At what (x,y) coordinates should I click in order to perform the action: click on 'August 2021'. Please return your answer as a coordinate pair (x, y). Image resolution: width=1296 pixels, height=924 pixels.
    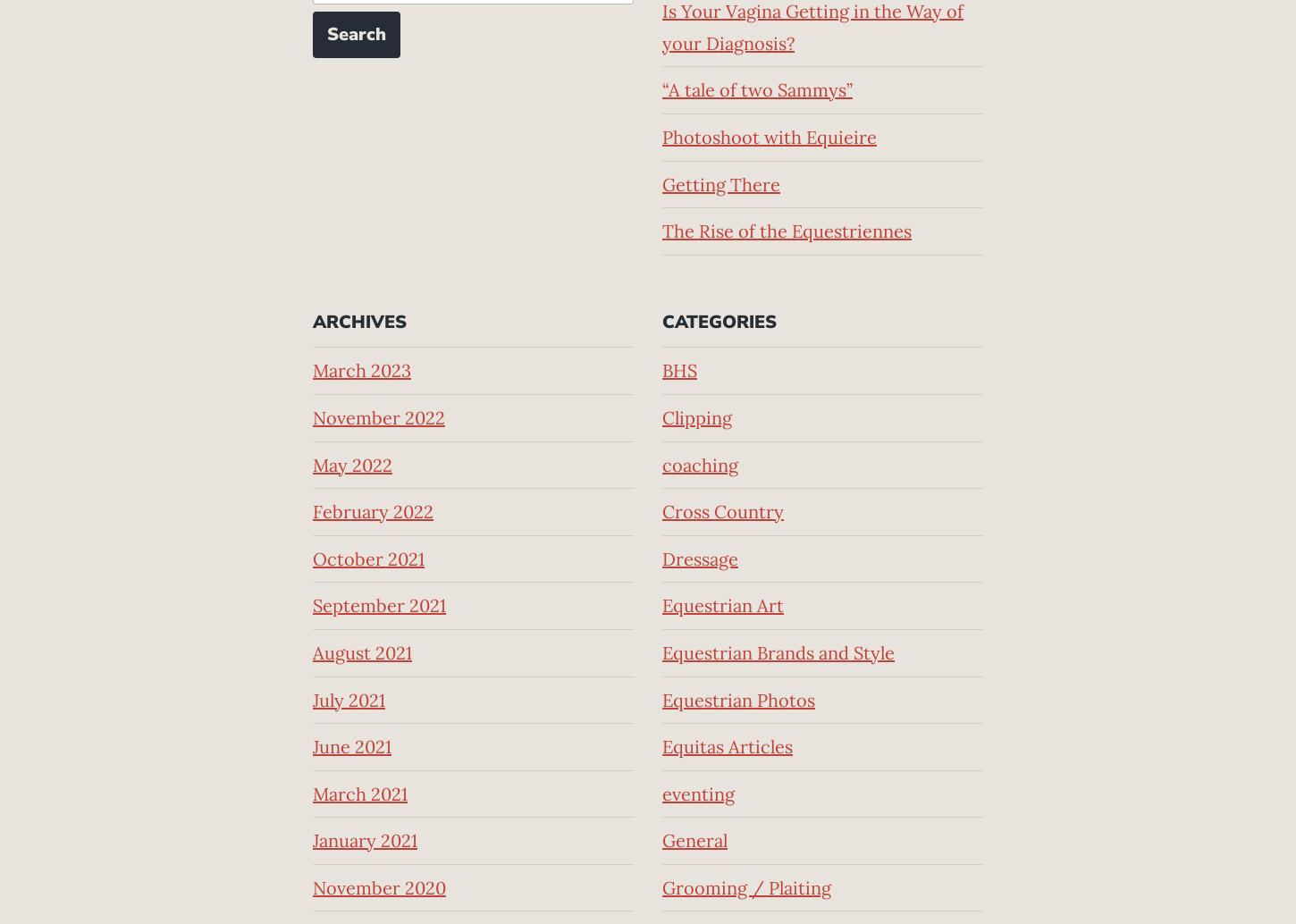
    Looking at the image, I should click on (361, 651).